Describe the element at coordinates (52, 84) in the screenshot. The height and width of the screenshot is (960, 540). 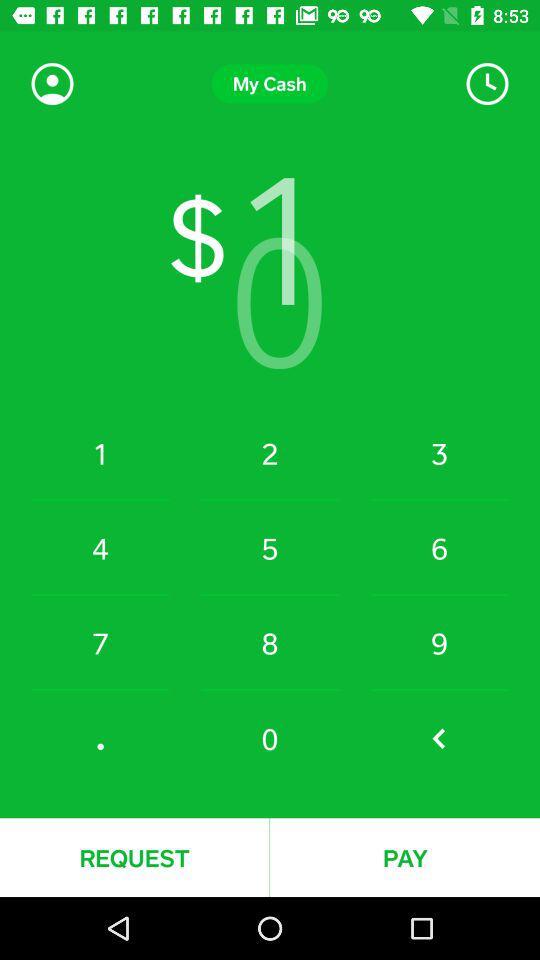
I see `the avatar icon` at that location.